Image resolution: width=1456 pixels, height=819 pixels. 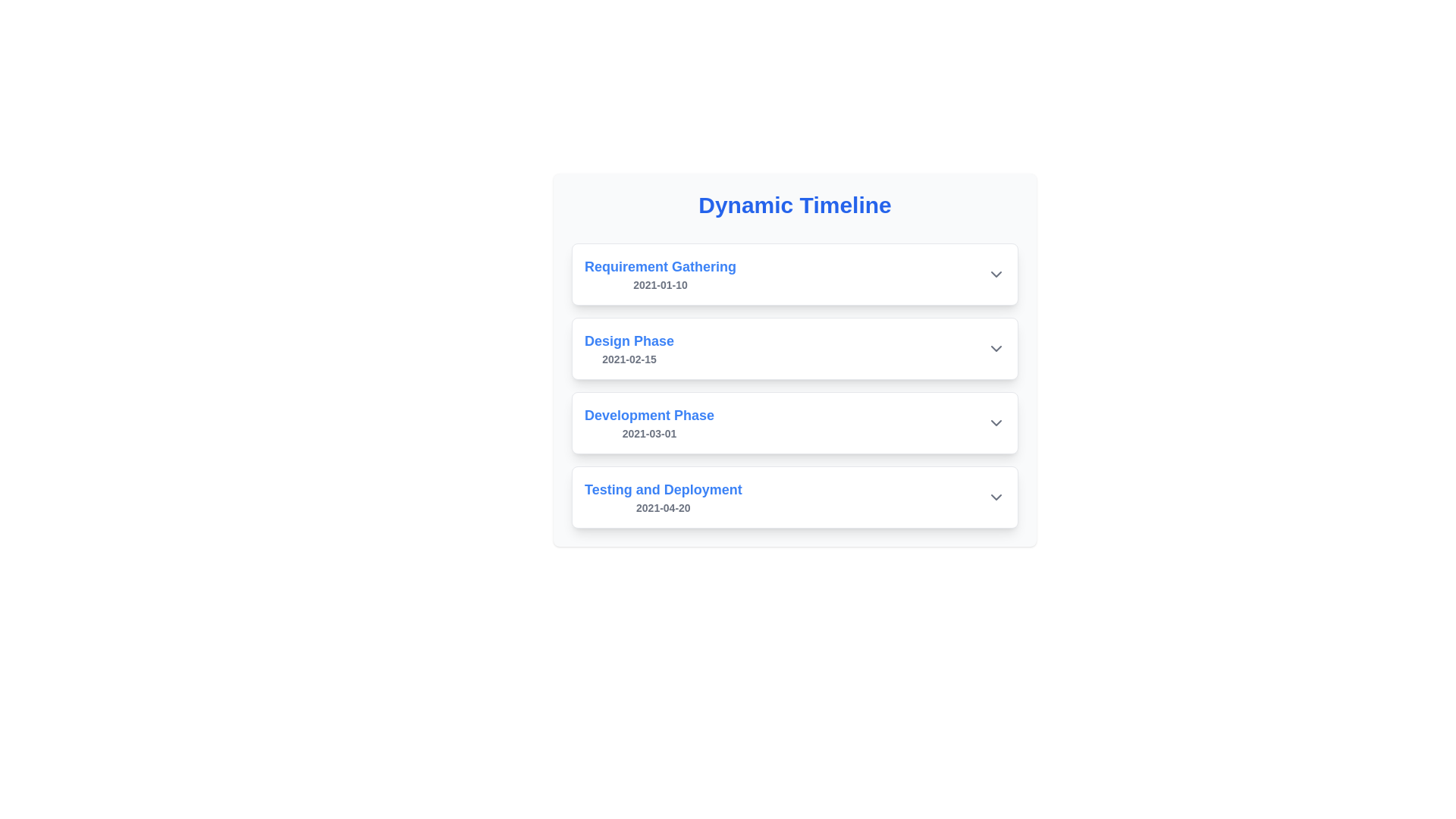 What do you see at coordinates (663, 489) in the screenshot?
I see `the non-interactive text label reading 'Testing and Deployment', which is styled in a large blue font and serves as the title of the last section in the vertical timeline labeled 'Dynamic Timeline'` at bounding box center [663, 489].